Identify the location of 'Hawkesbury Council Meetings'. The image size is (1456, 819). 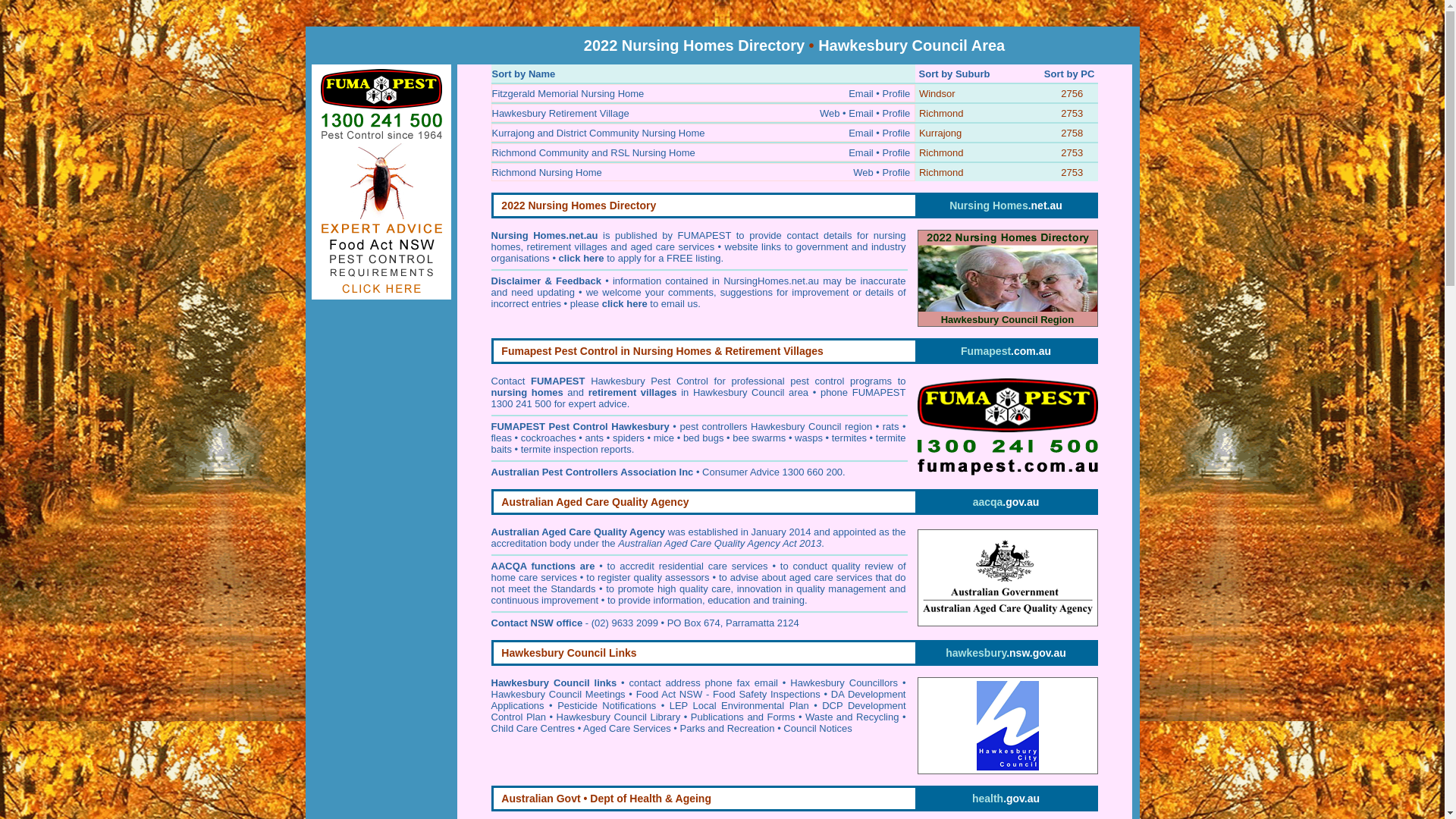
(557, 694).